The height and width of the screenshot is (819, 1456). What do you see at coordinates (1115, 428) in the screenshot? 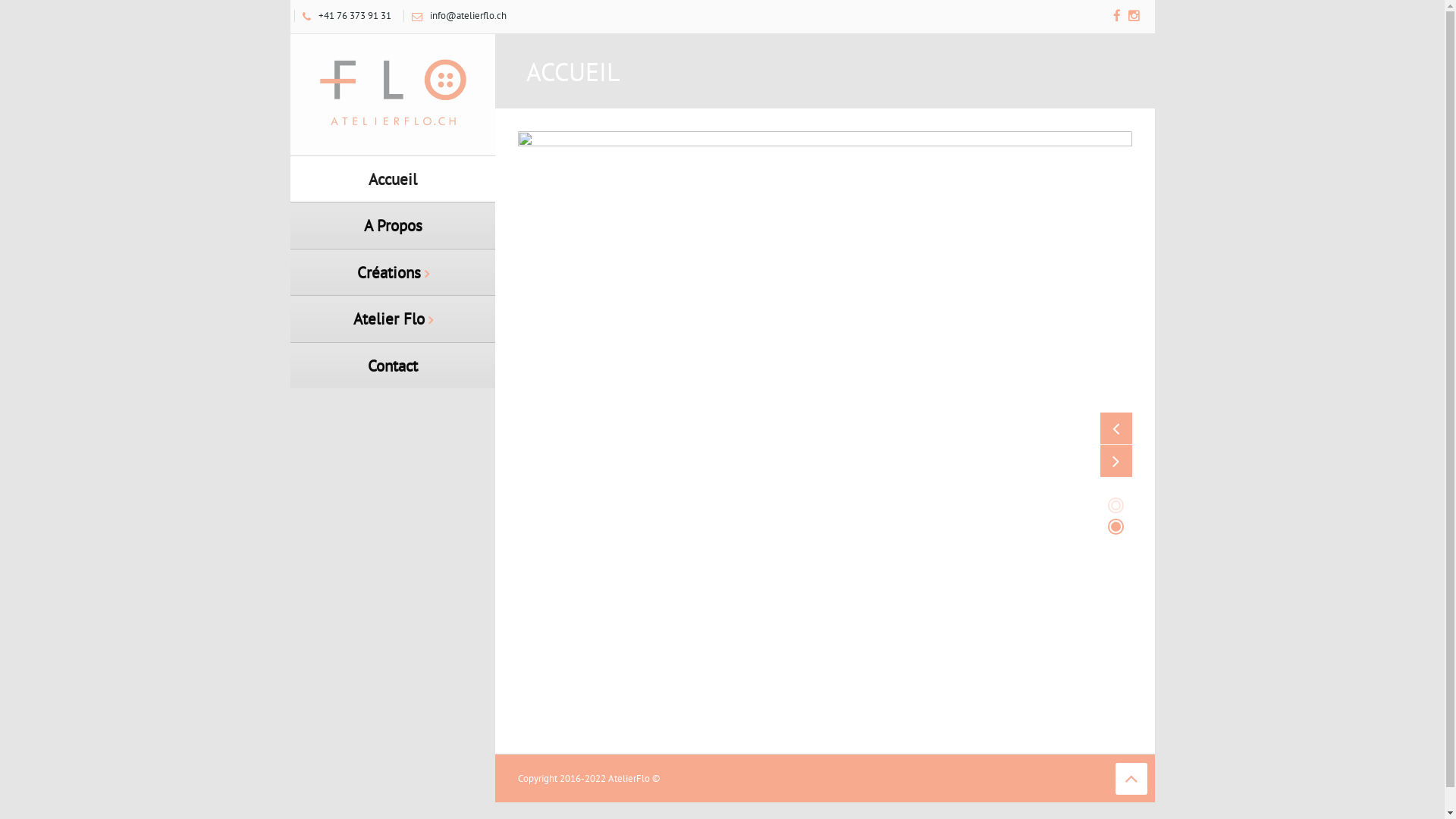
I see `'Previous'` at bounding box center [1115, 428].